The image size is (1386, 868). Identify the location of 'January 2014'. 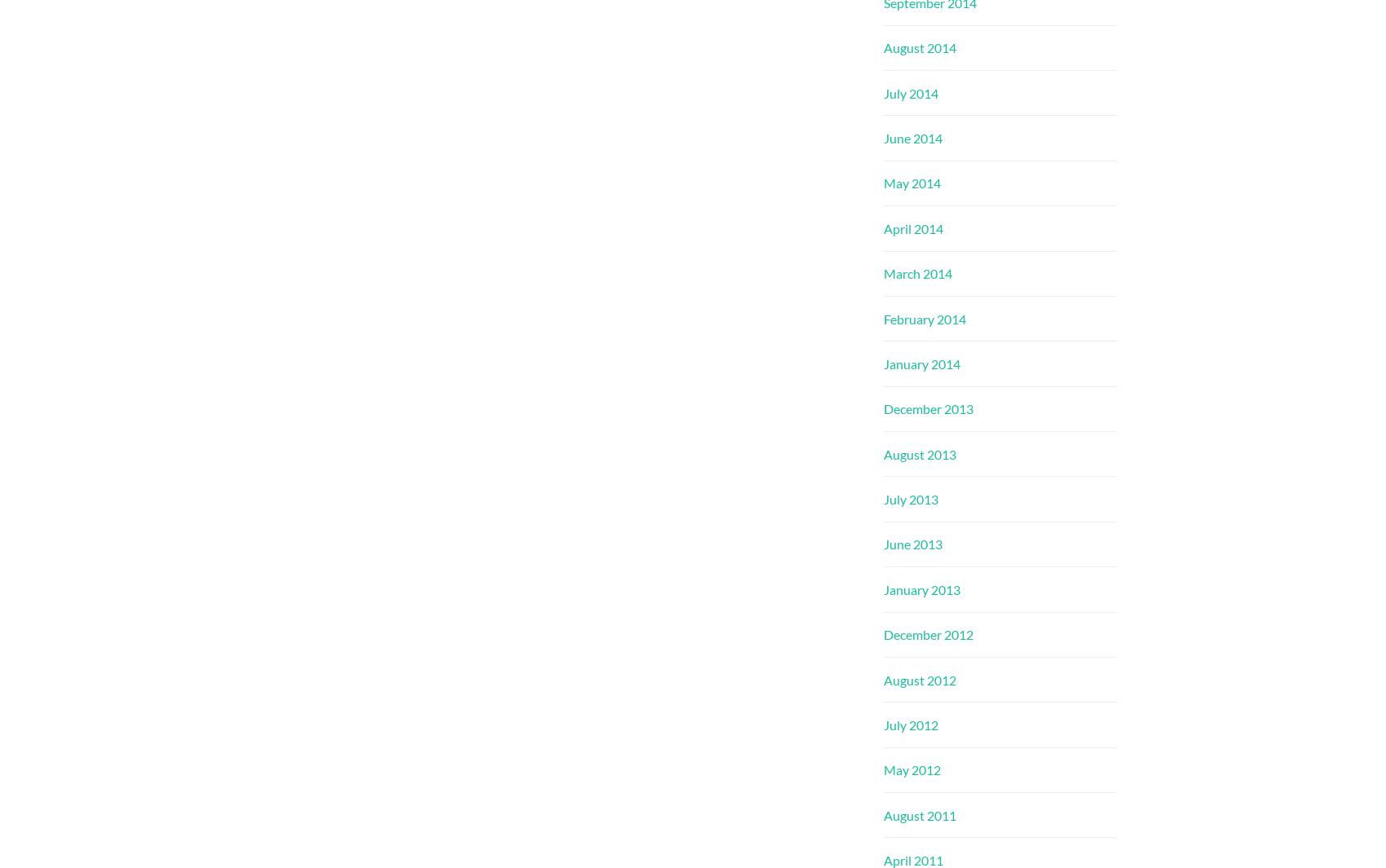
(922, 362).